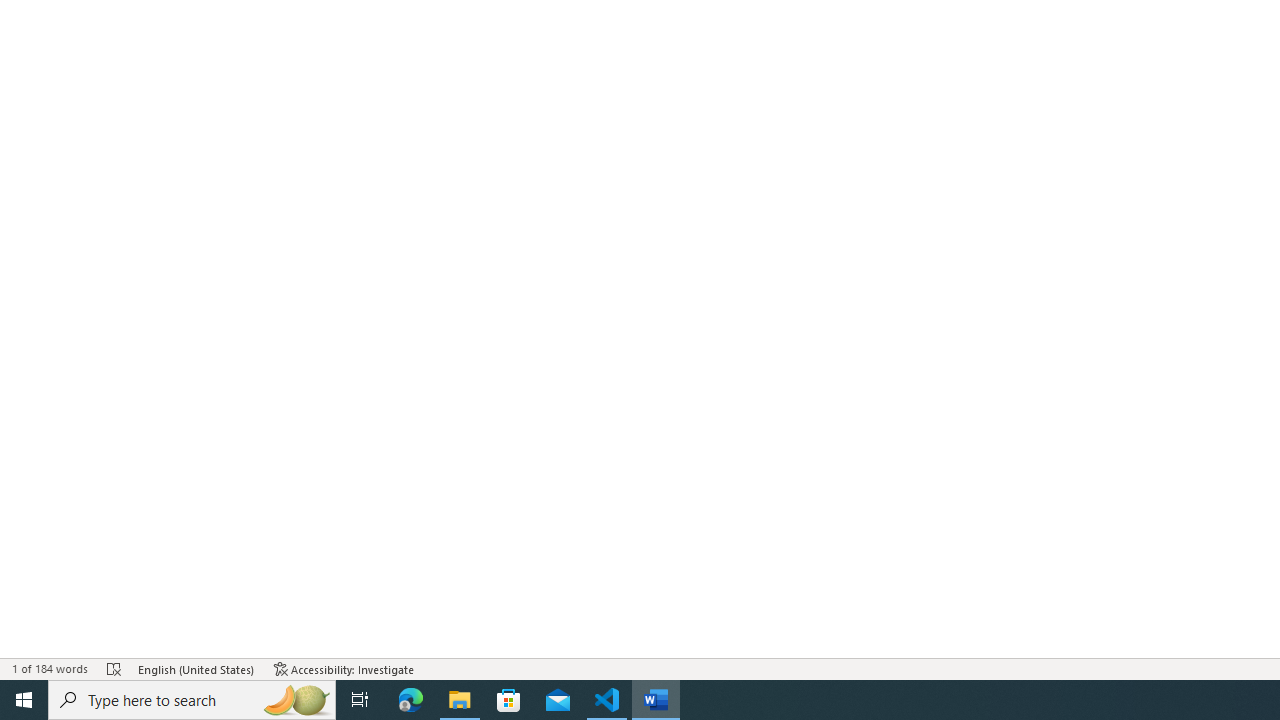 The height and width of the screenshot is (720, 1280). I want to click on 'Spelling and Grammar Check Errors', so click(113, 669).